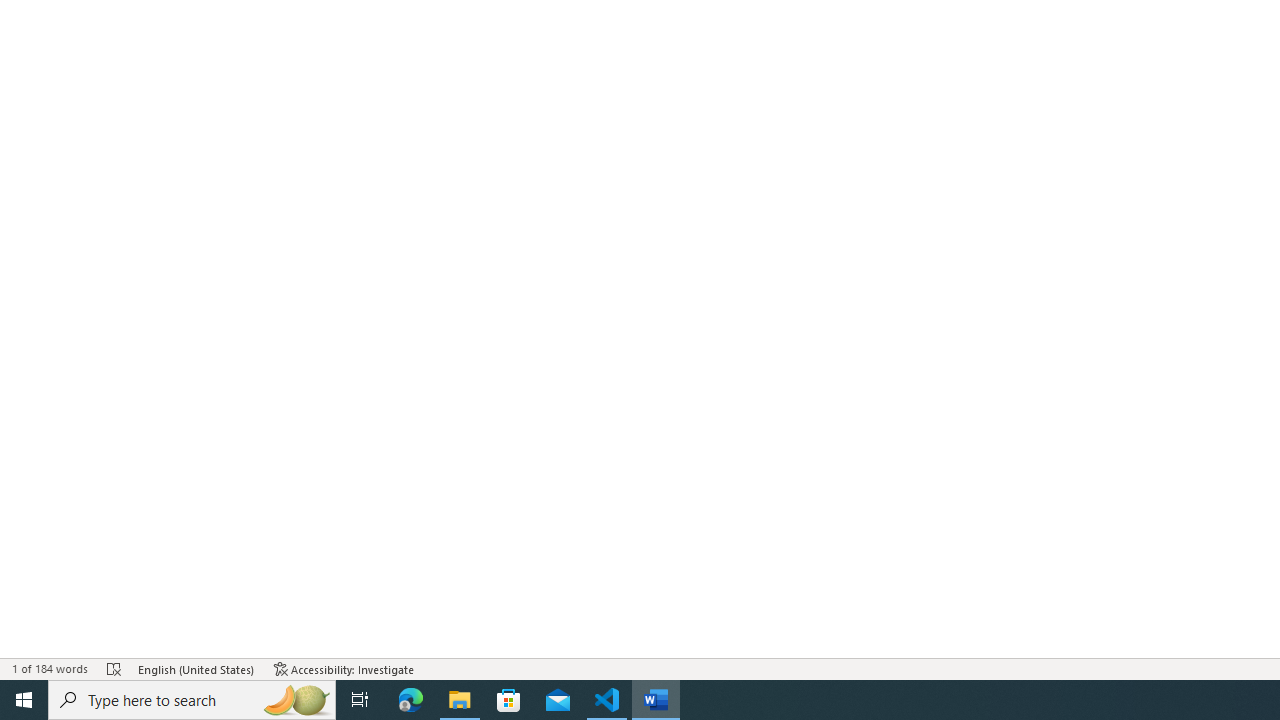 The height and width of the screenshot is (720, 1280). I want to click on 'Spelling and Grammar Check Errors', so click(113, 669).